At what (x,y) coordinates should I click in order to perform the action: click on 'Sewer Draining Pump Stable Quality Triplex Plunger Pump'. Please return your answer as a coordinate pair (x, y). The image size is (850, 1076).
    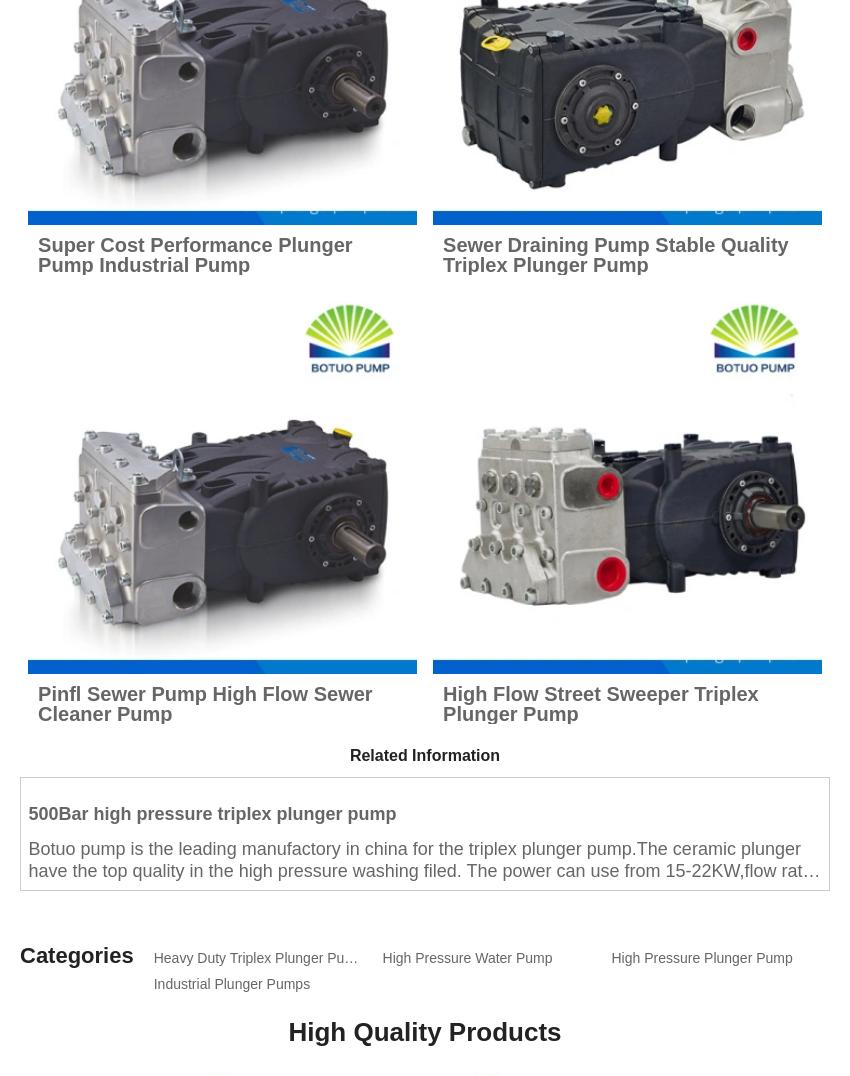
    Looking at the image, I should click on (614, 254).